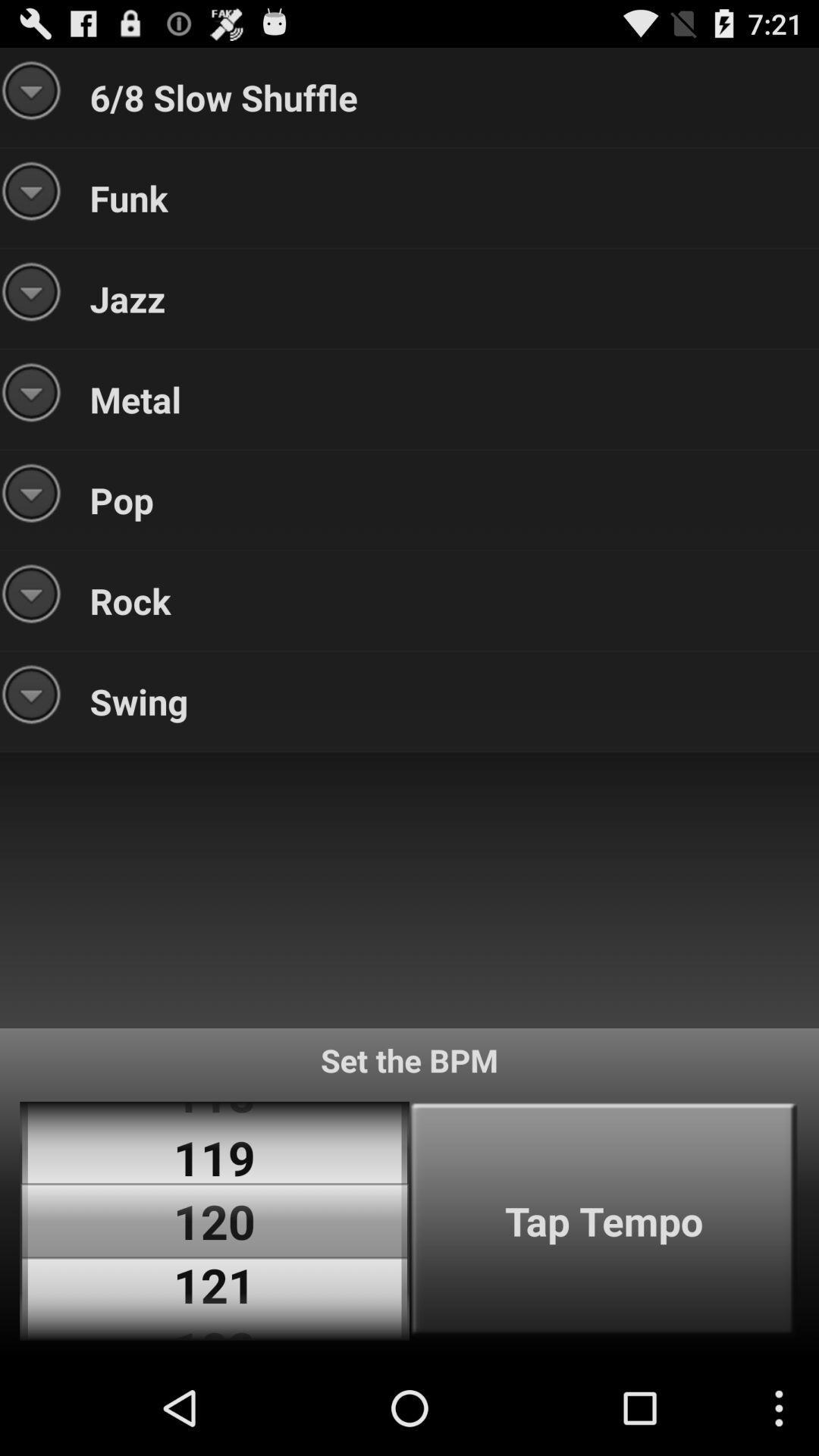 The width and height of the screenshot is (819, 1456). I want to click on tap tempo icon, so click(603, 1221).